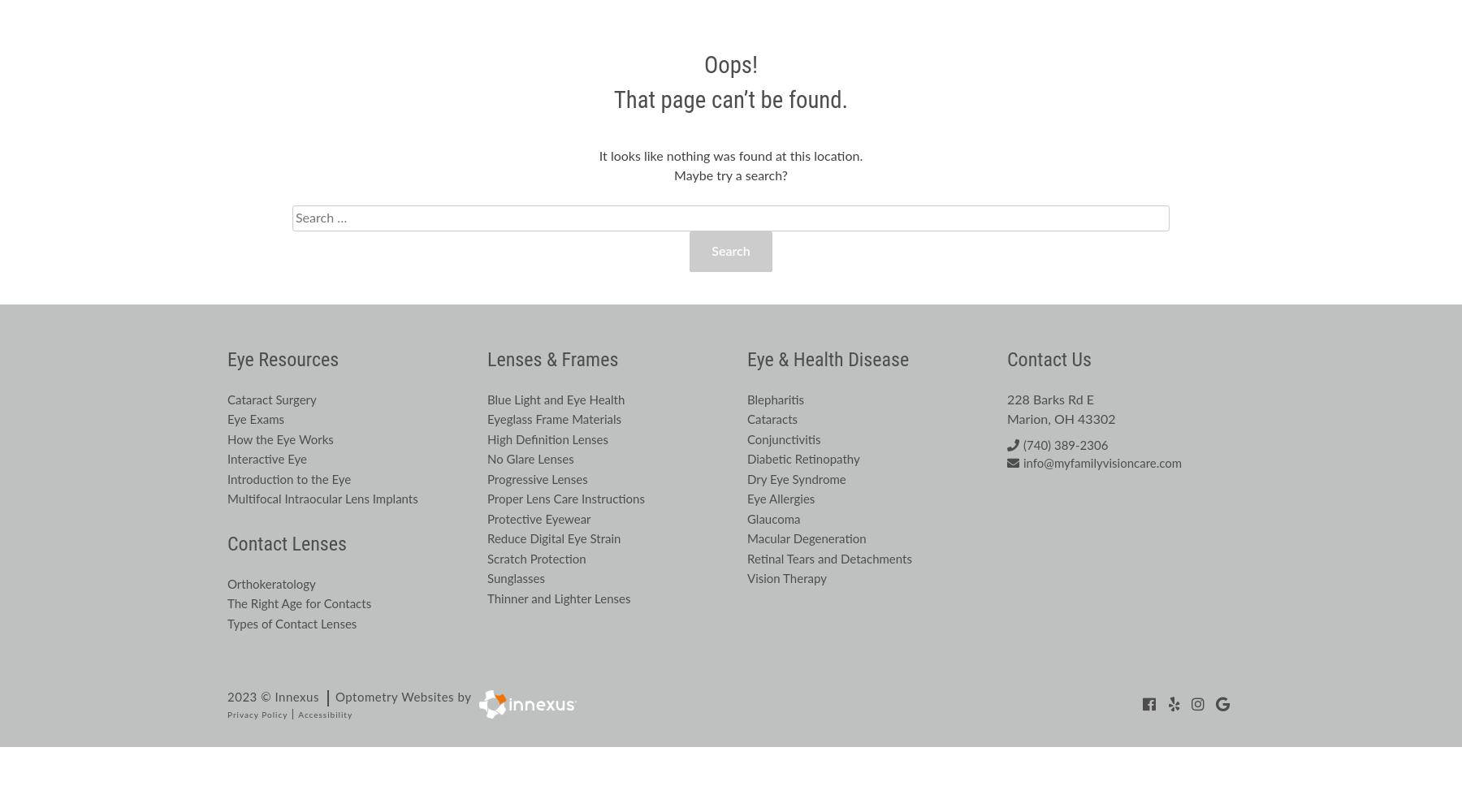 The height and width of the screenshot is (812, 1462). Describe the element at coordinates (516, 578) in the screenshot. I see `'Sunglasses'` at that location.